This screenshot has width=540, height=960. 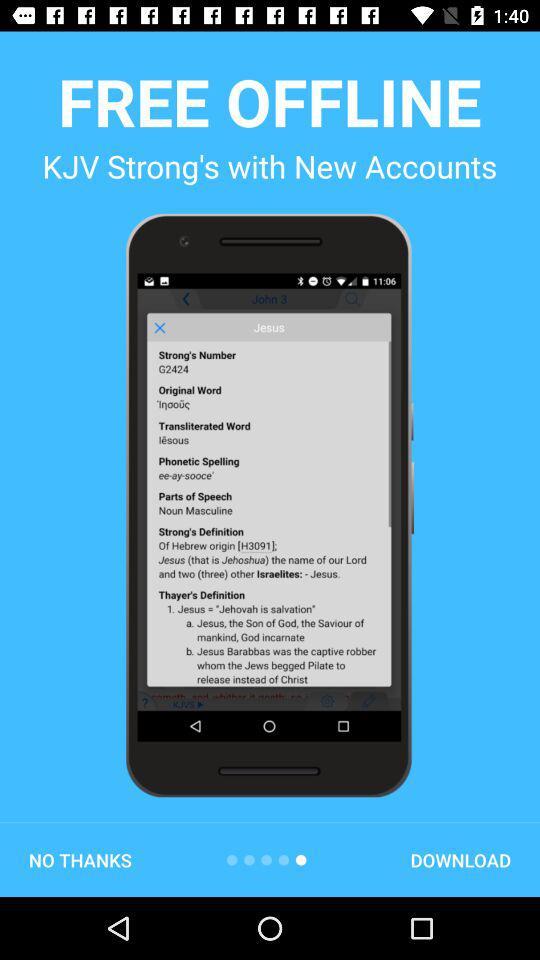 What do you see at coordinates (460, 859) in the screenshot?
I see `download item` at bounding box center [460, 859].